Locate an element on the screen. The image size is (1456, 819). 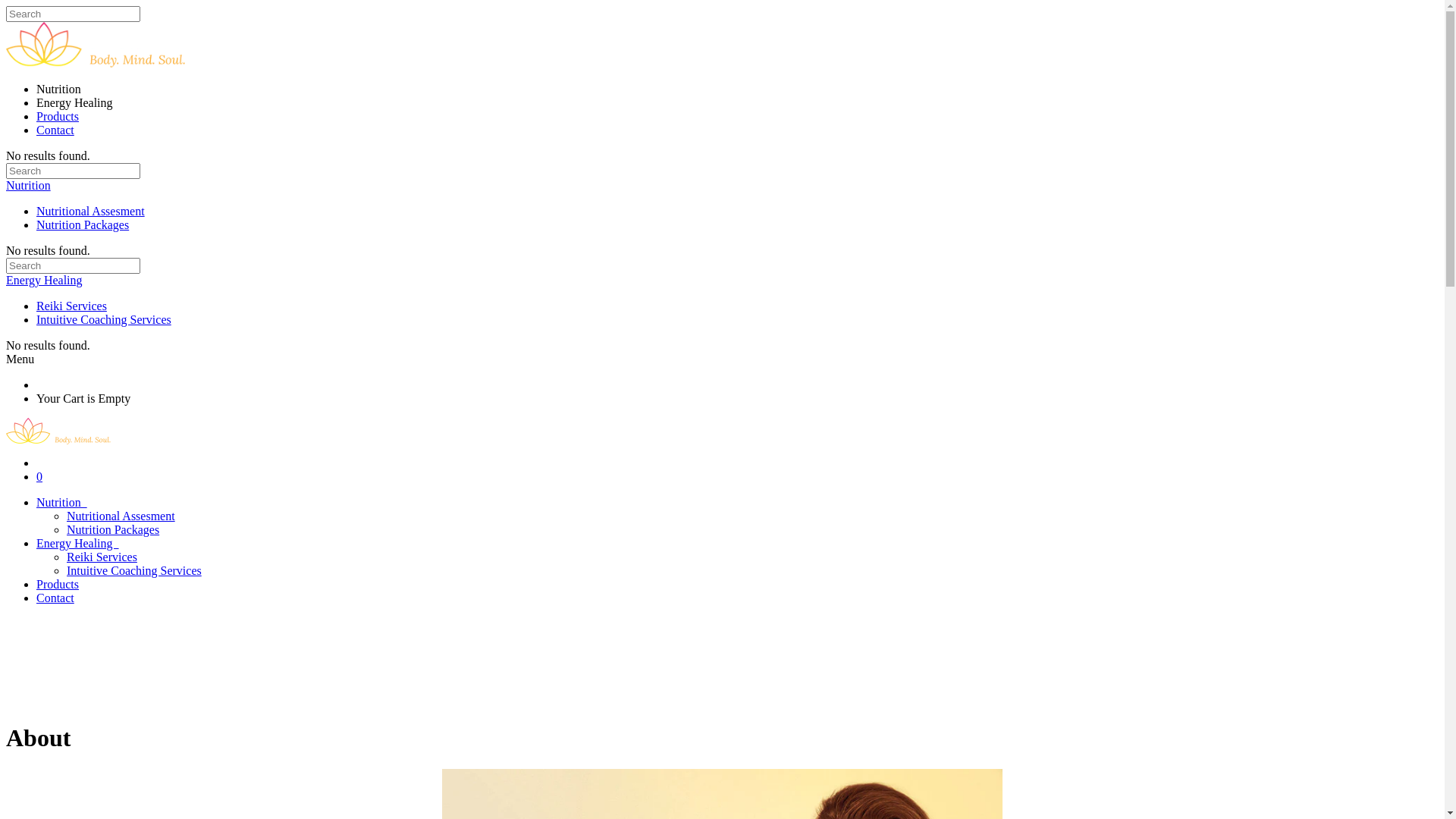
'Nutritional Assesment' is located at coordinates (89, 211).